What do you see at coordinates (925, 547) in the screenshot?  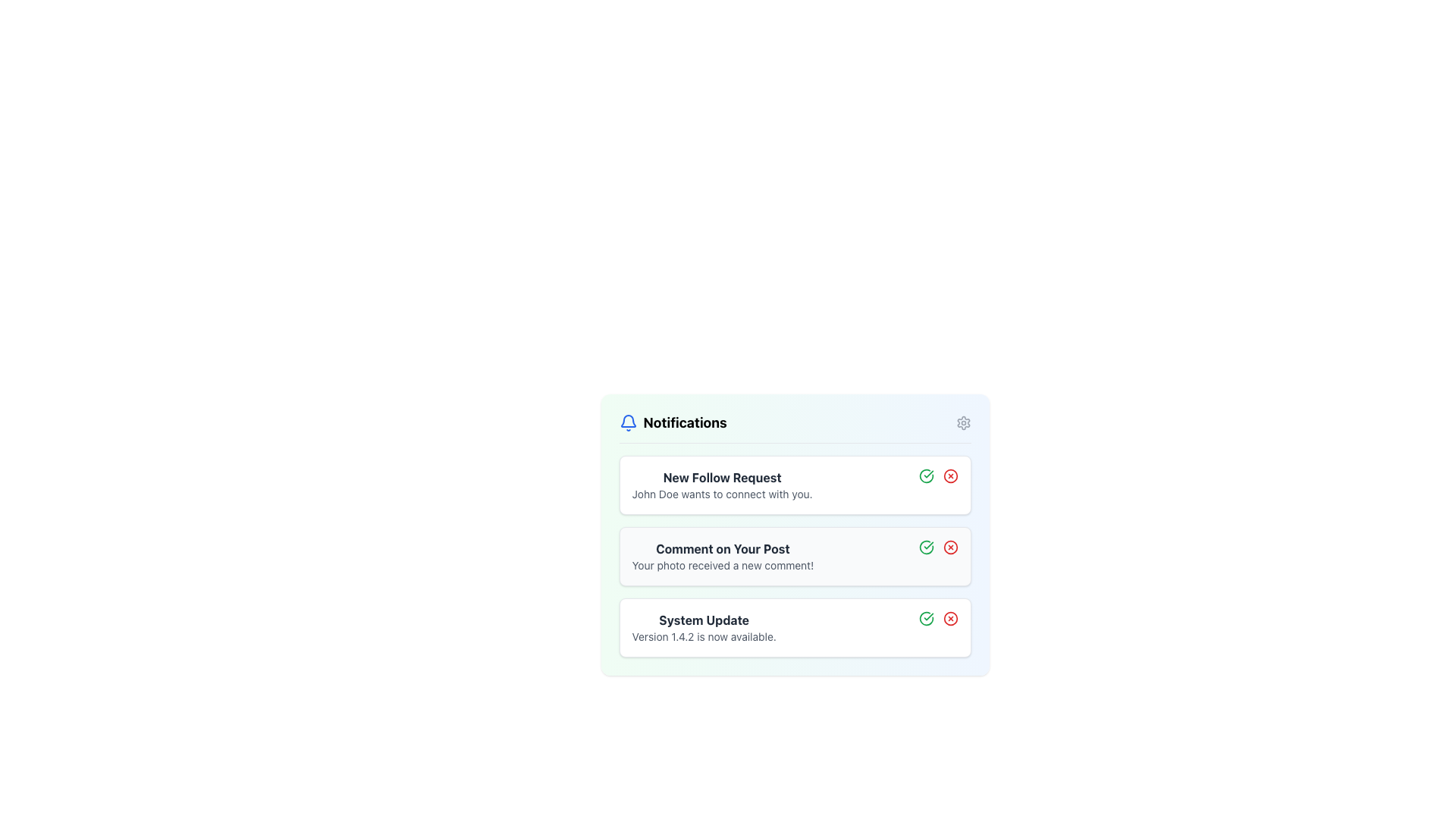 I see `the green circular icon with a checkmark inside, located next to the text 'Comment on Your Post' in the notification list` at bounding box center [925, 547].